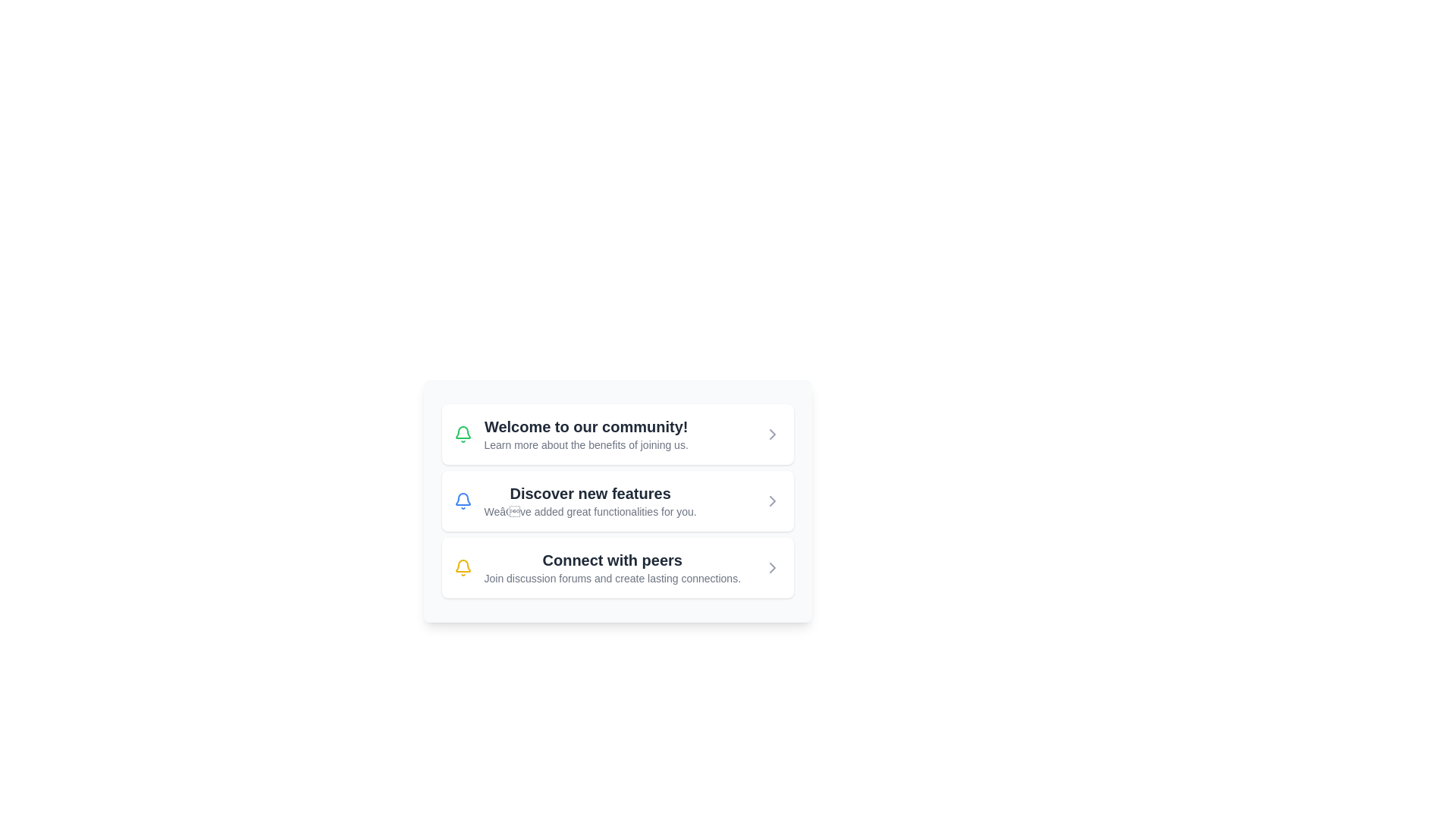  Describe the element at coordinates (462, 500) in the screenshot. I see `the blue notification bell icon located in the second card titled 'Discover new features'` at that location.